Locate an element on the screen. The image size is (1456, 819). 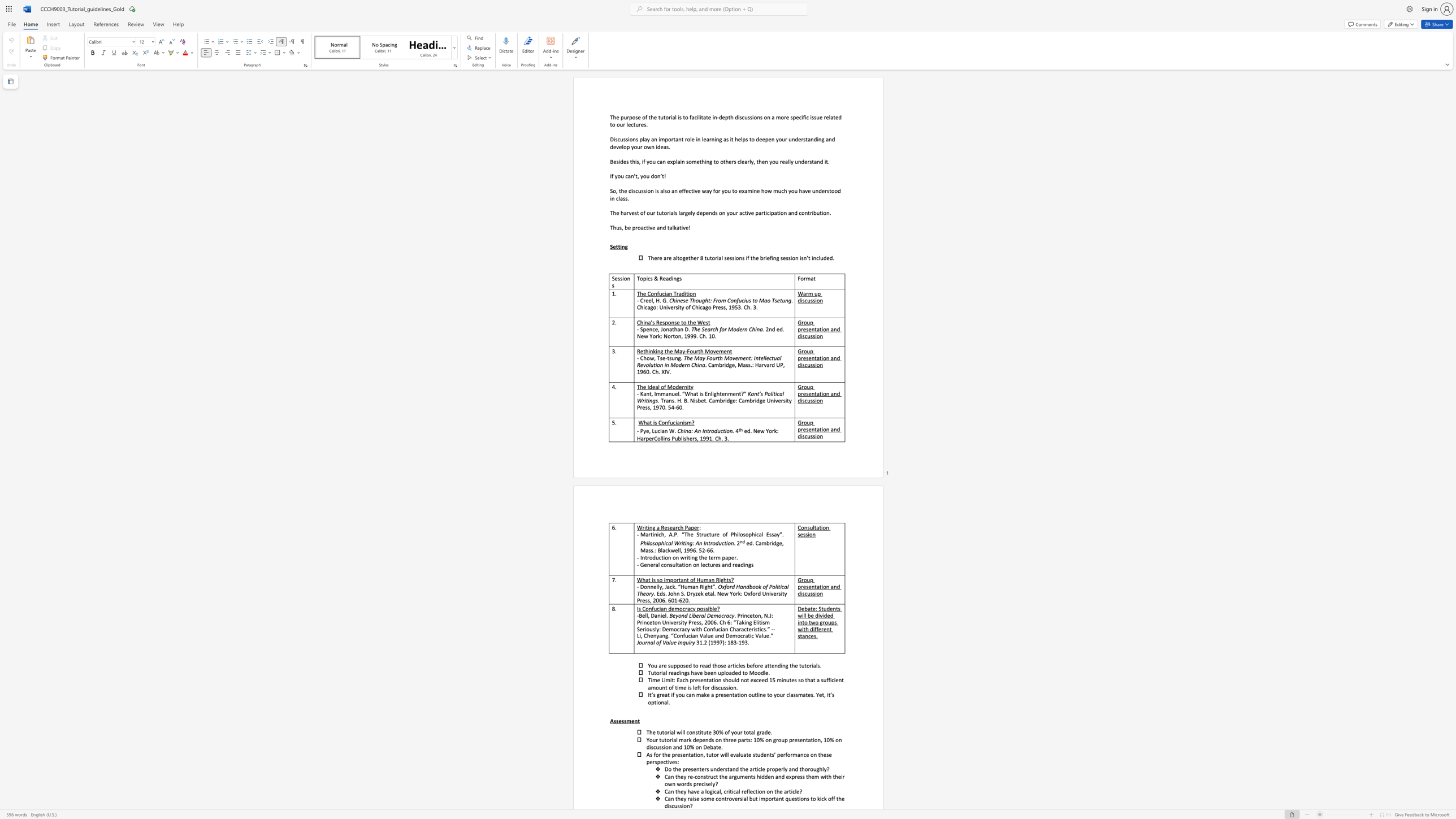
the subset text "n Tr" within the text "The Confucian Tradition" is located at coordinates (669, 293).